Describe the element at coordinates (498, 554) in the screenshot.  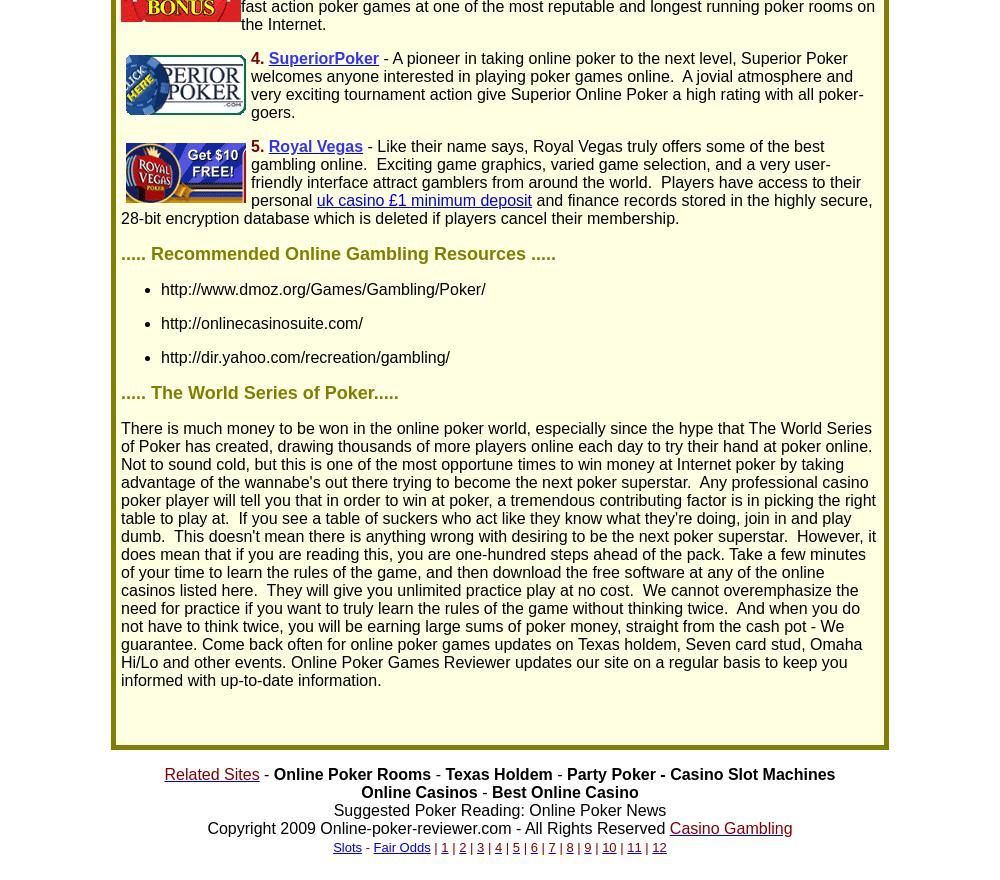
I see `'There is much money to be won in the online poker world, especially since the hype that The World Series of Poker has created, drawing thousands of more players online each day to try their hand at poker online.  Not to sound cold, but this is one of the most opportune times to win money at Internet poker by taking advantage of the wannabe's out there trying to become the next poker superstar.  Any professional casino poker player will tell you that in order to win at poker, a tremendous contributing factor is in picking the right table to play at.  If you see a table of suckers who act like they know what they're doing, join in and play dumb.  This doesn't mean there is anything wrong with desiring to be the next poker superstar.  However, it does mean that if you are reading this, you are one-hundred steps ahead of the pack. Take a few minutes of your time to learn the rules of the game, and then download the free software at any of the online casinos listed here.  They will give you unlimited practice play at no cost.  We cannot overemphasize the need for practice if you want to truly learn the rules of the game without thinking twice.  And when you do not have to think twice, you will be earning large sums of poker money, straight from the cash pot - We guarantee. Come back often for online poker games updates on Texas holdem, Seven card stud, Omaha Hi/Lo and other events. Online Poker Games Reviewer updates our site on a regular basis to keep you informed with up-to-date information.'` at that location.